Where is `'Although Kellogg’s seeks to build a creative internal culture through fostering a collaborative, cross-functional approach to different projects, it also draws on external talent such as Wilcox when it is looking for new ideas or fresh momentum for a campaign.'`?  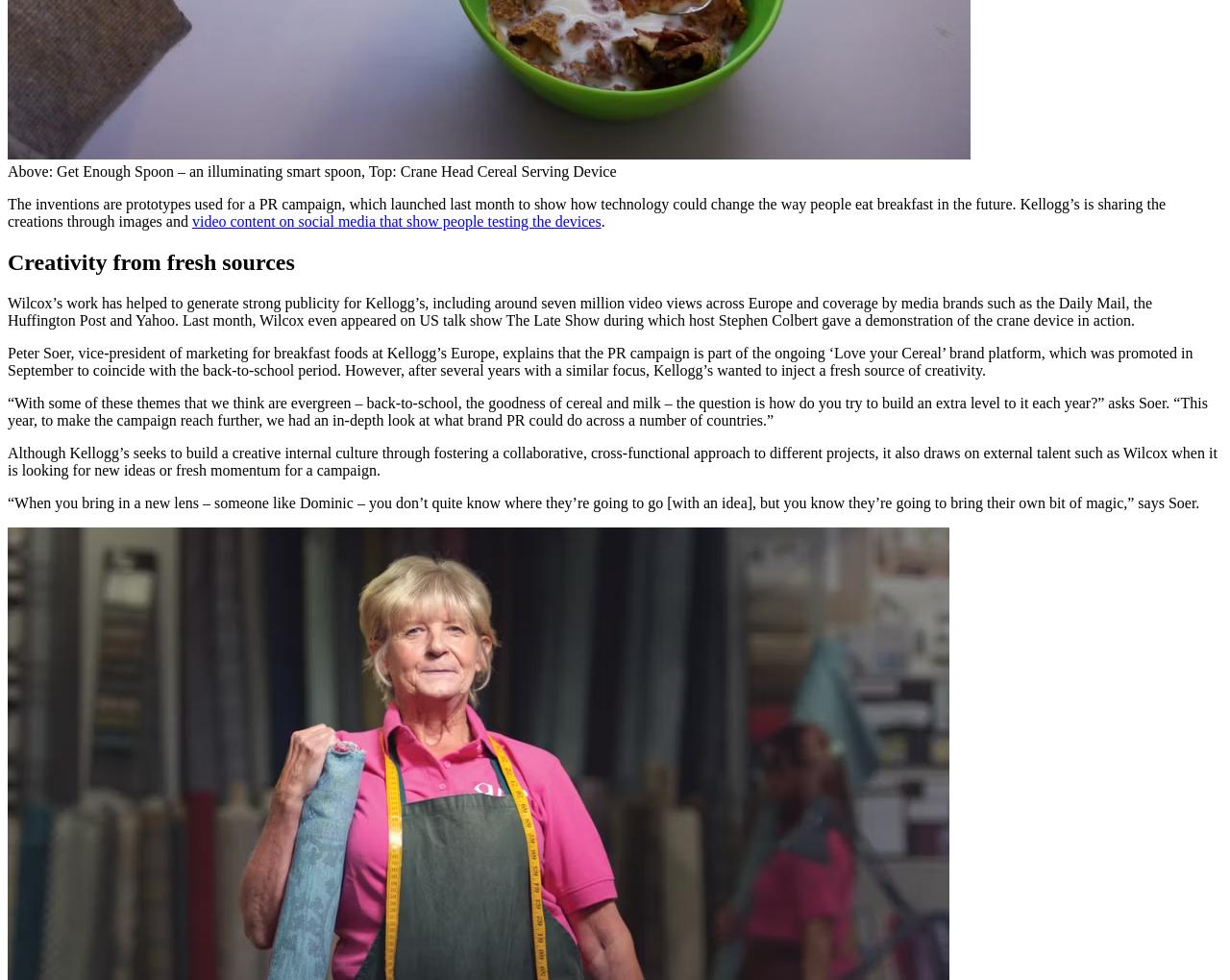 'Although Kellogg’s seeks to build a creative internal culture through fostering a collaborative, cross-functional approach to different projects, it also draws on external talent such as Wilcox when it is looking for new ideas or fresh momentum for a campaign.' is located at coordinates (611, 460).